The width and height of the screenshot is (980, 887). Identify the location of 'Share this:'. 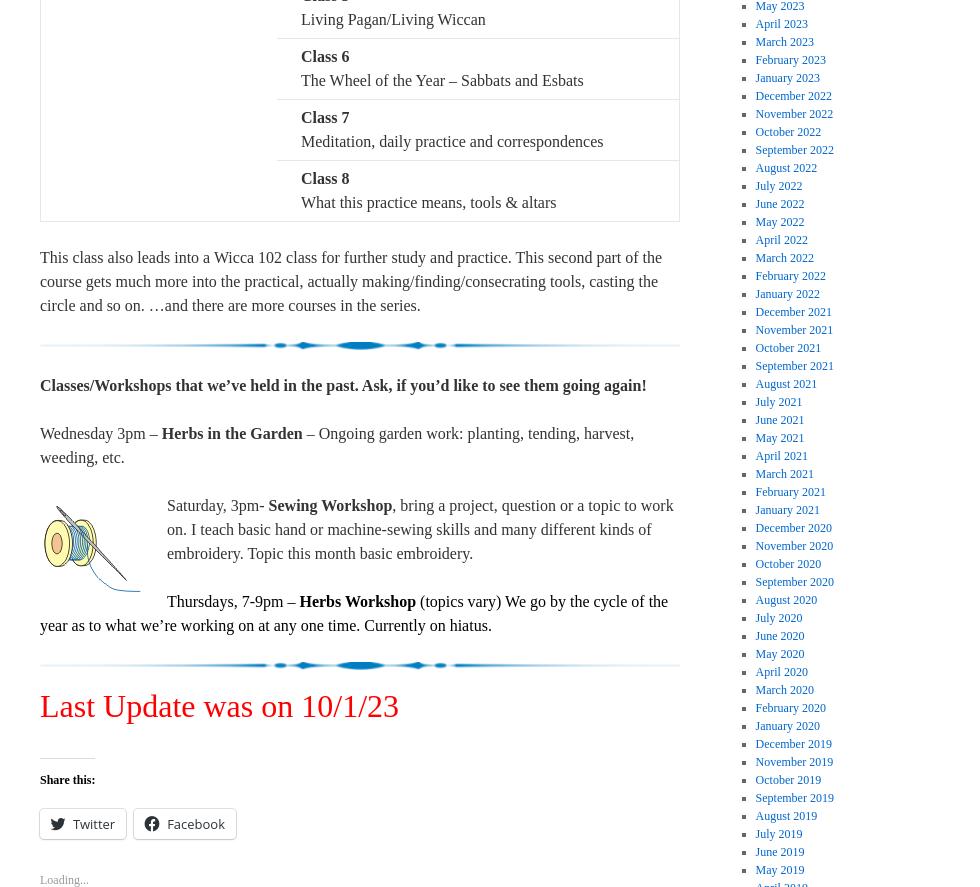
(67, 777).